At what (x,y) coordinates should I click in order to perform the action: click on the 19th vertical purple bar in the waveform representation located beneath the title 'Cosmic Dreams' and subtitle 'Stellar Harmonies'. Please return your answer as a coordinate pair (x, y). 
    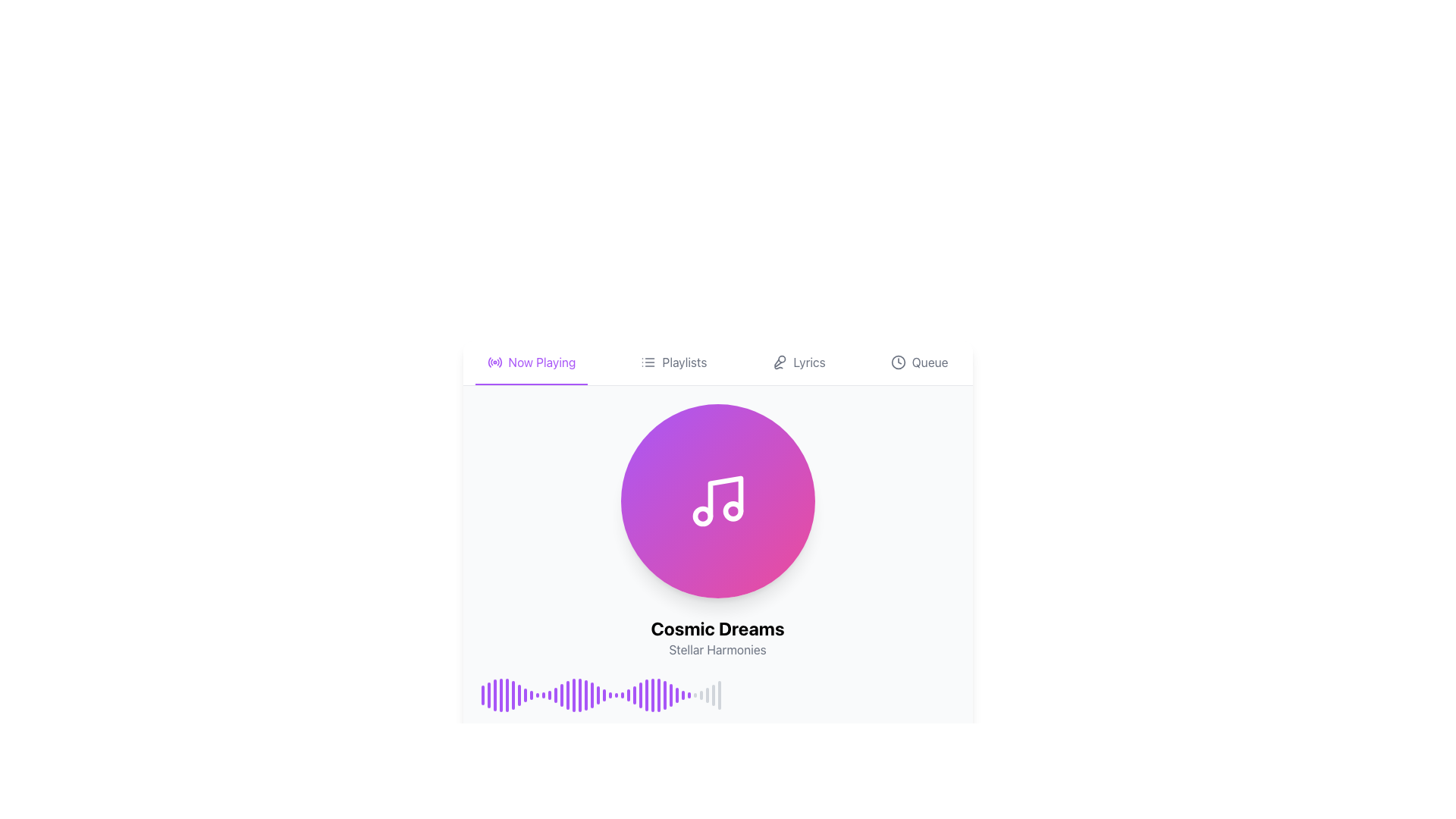
    Looking at the image, I should click on (591, 695).